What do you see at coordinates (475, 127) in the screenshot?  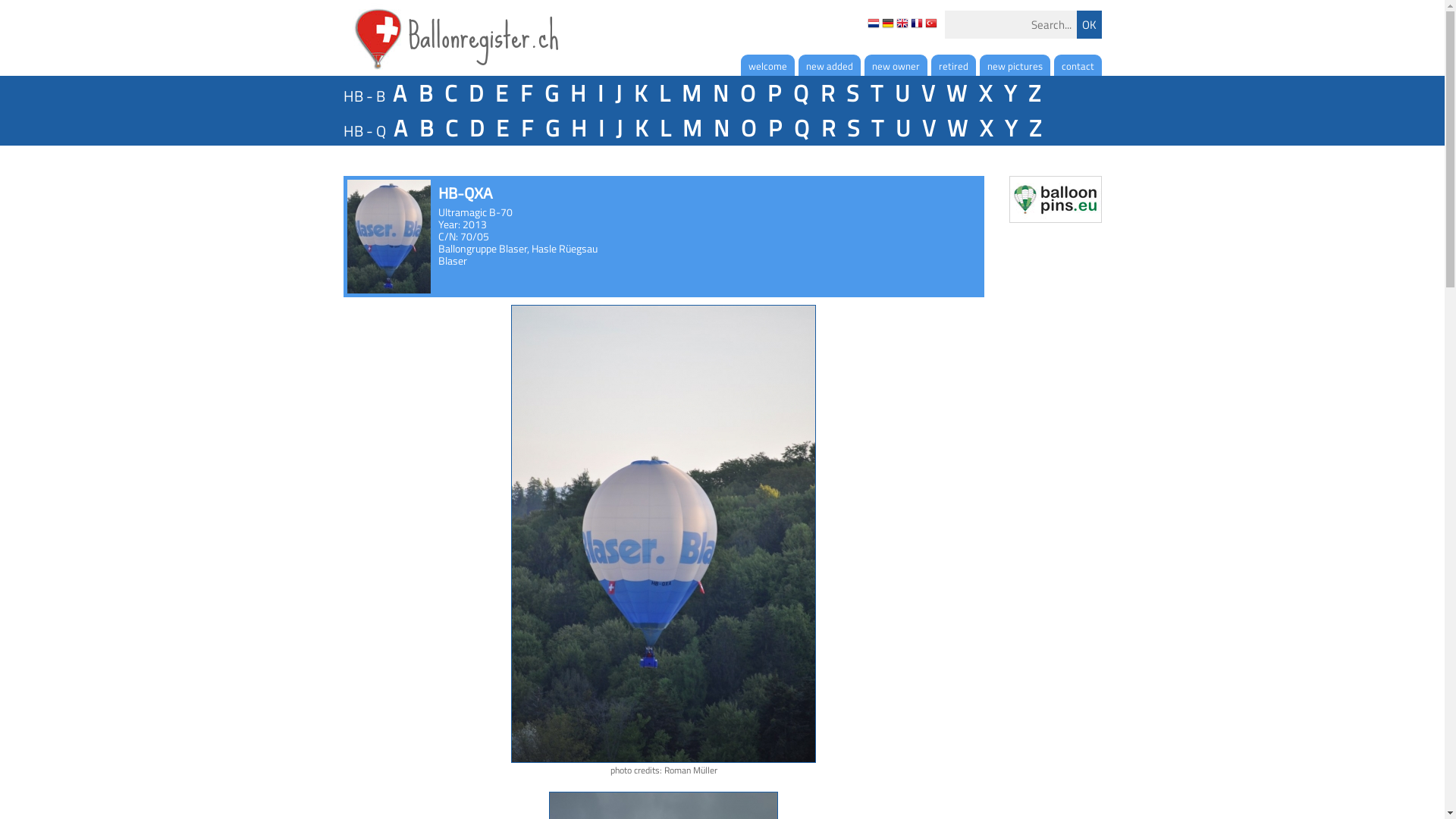 I see `'D'` at bounding box center [475, 127].